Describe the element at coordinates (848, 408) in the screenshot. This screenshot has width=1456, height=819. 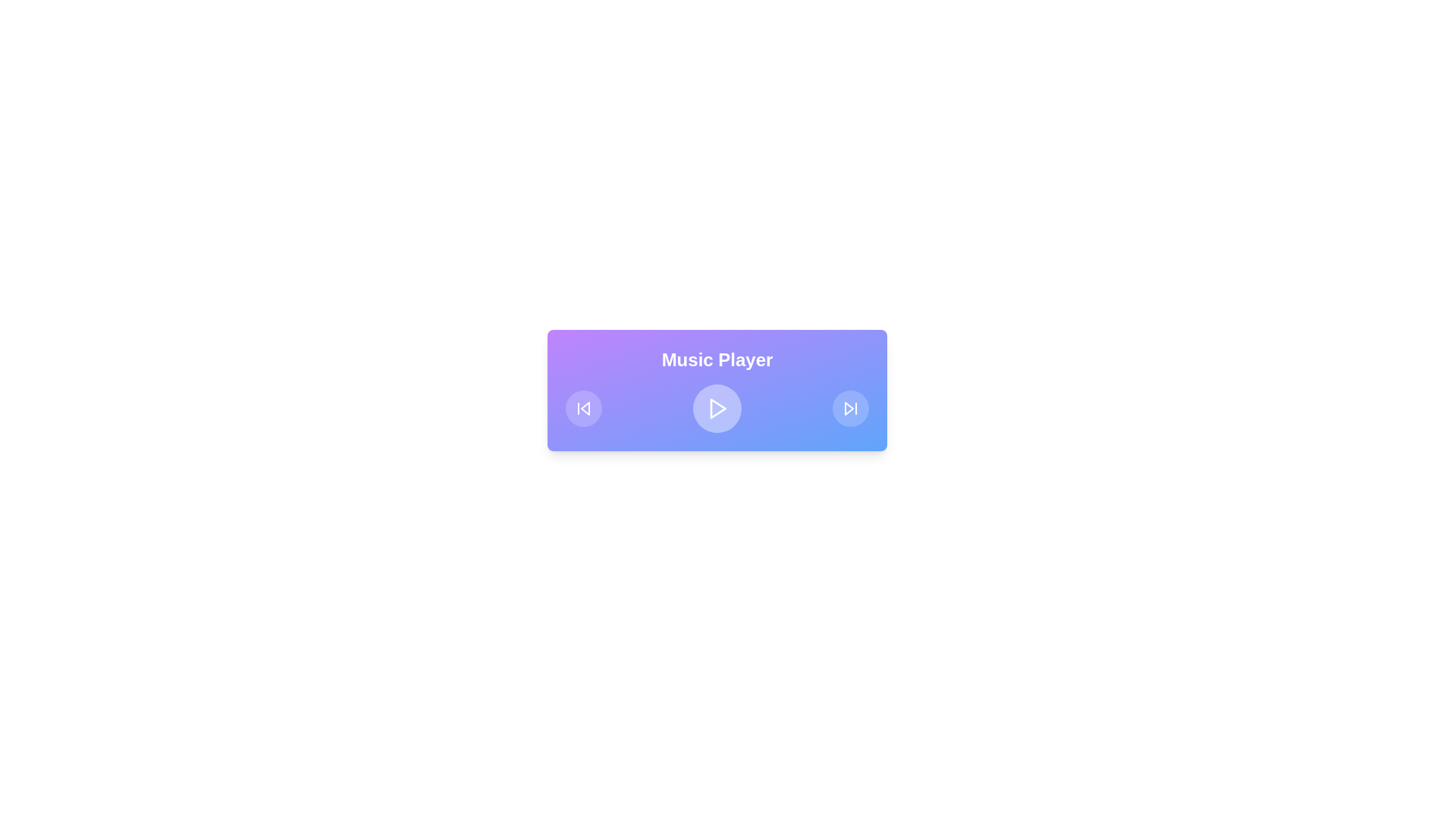
I see `the skip-forward icon represented as a right-oriented arrow-like shape located at the bottom right end of the multimedia control bar` at that location.